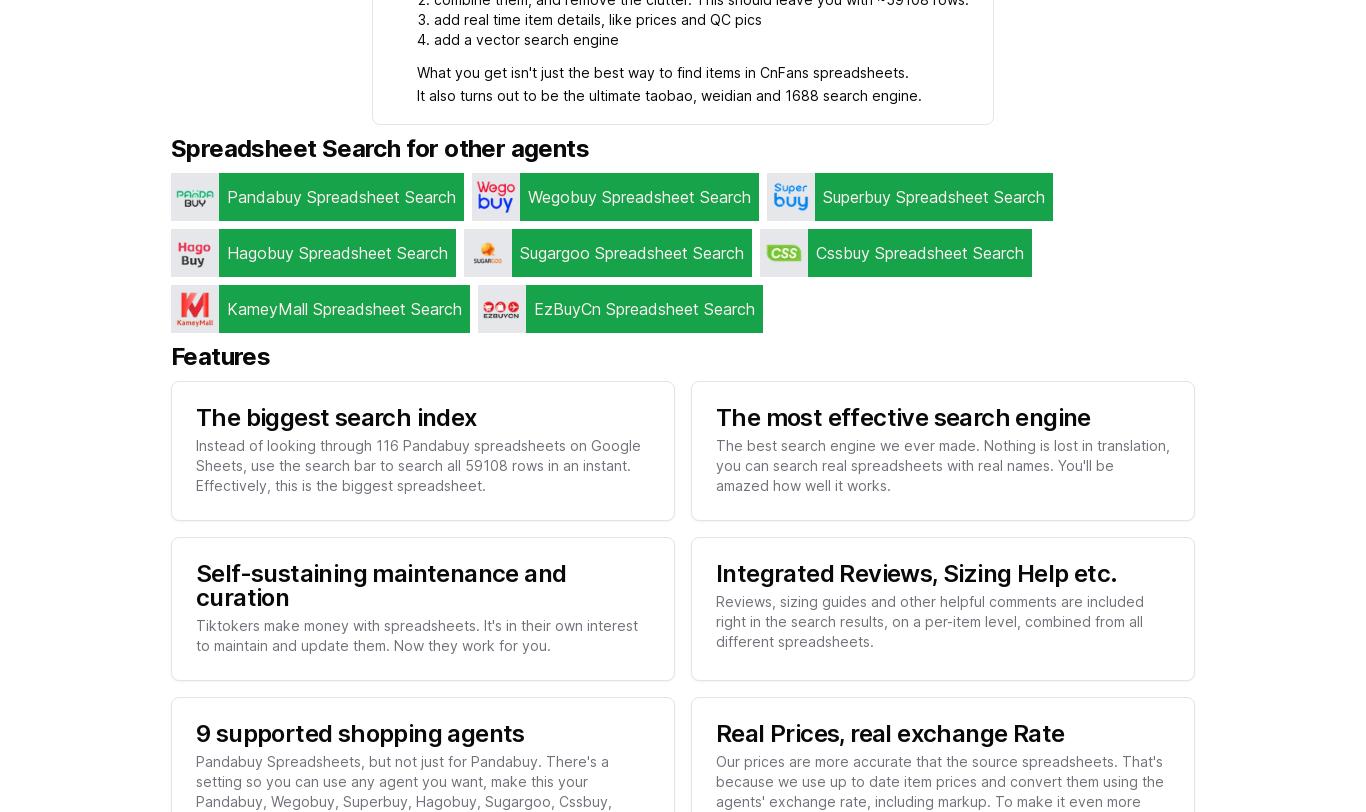 This screenshot has height=812, width=1366. Describe the element at coordinates (856, 72) in the screenshot. I see `'spreadsheets.'` at that location.